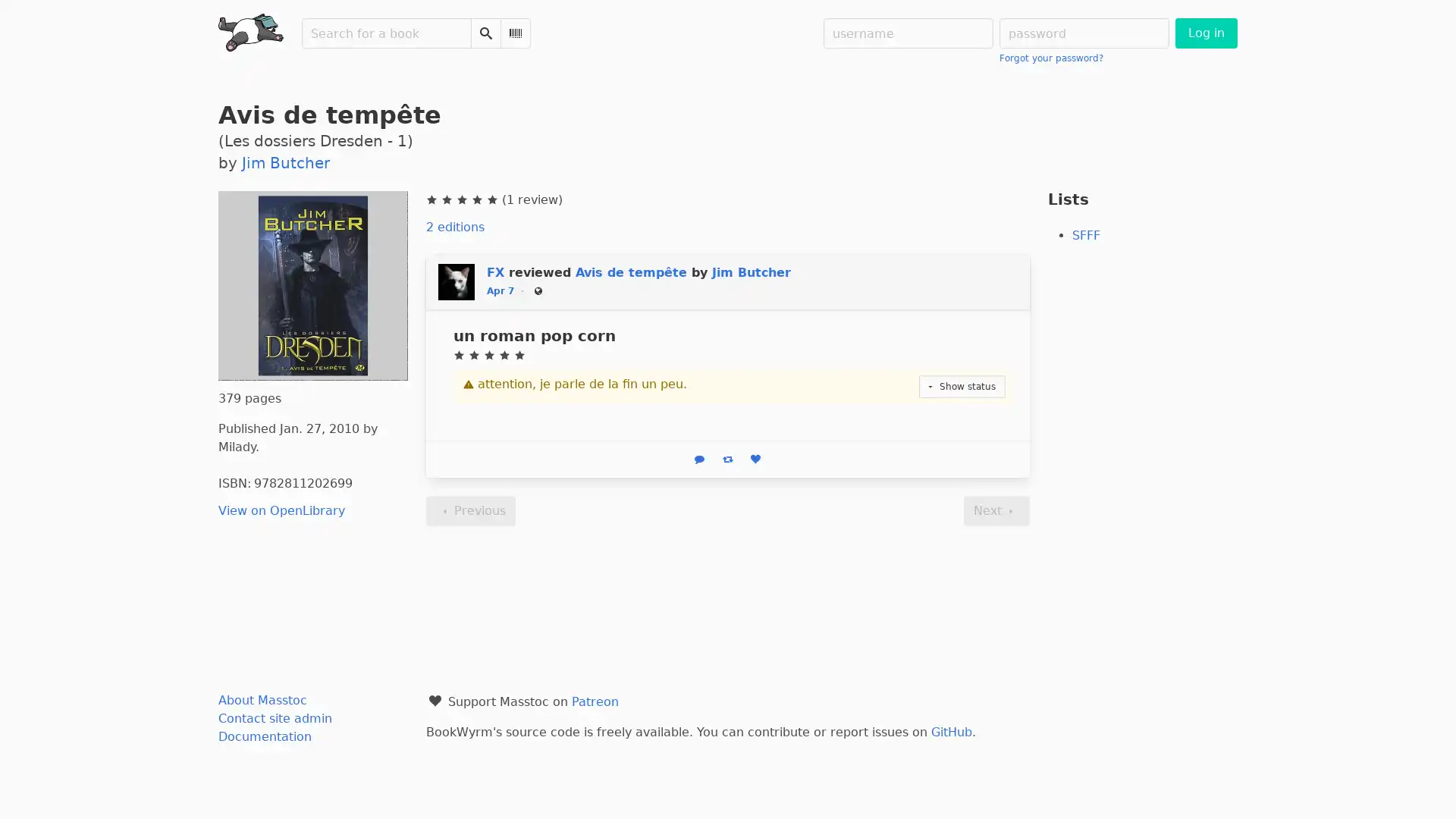 The height and width of the screenshot is (819, 1456). Describe the element at coordinates (961, 385) in the screenshot. I see `Show status` at that location.